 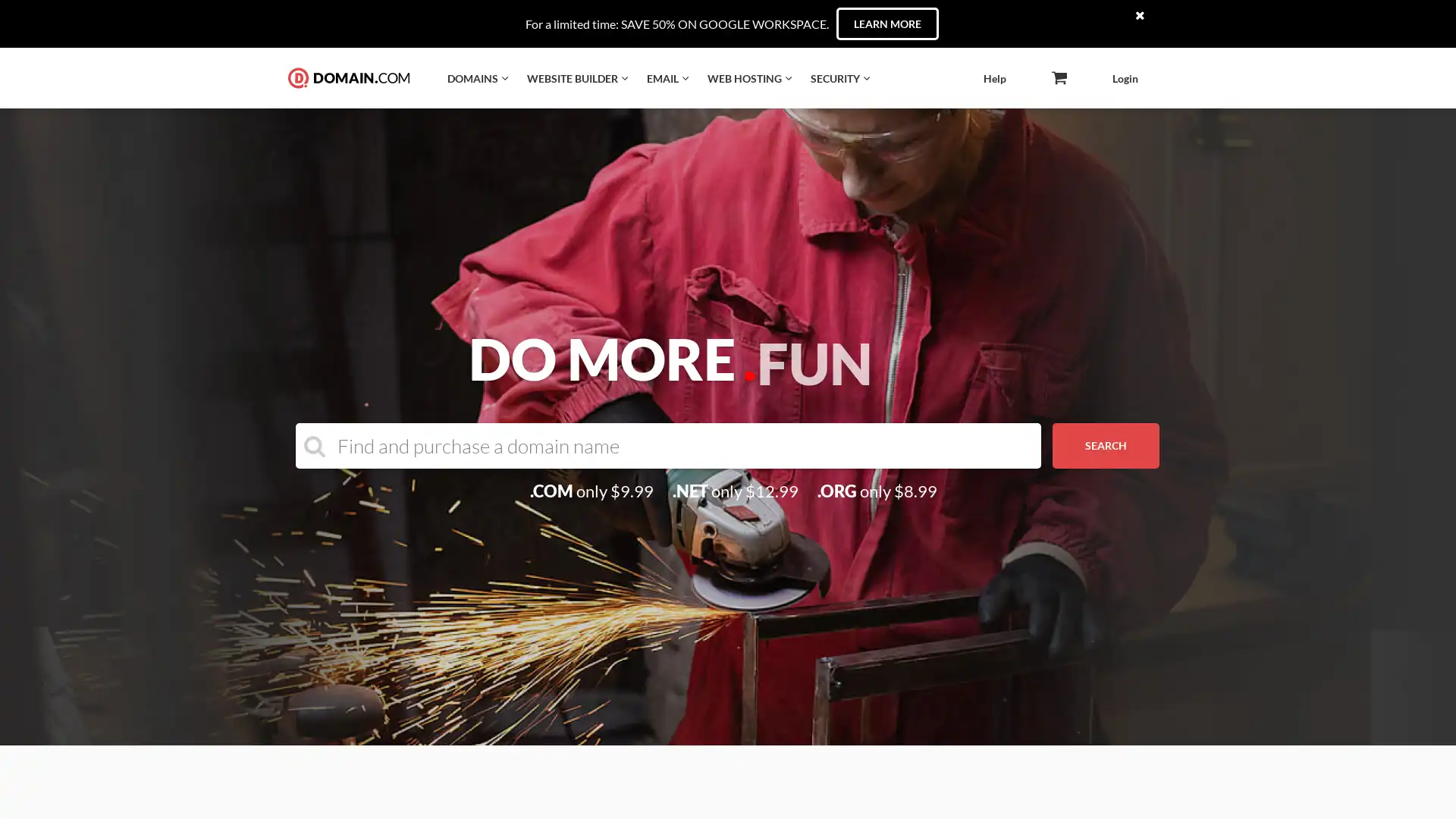 I want to click on SEARCH, so click(x=1106, y=444).